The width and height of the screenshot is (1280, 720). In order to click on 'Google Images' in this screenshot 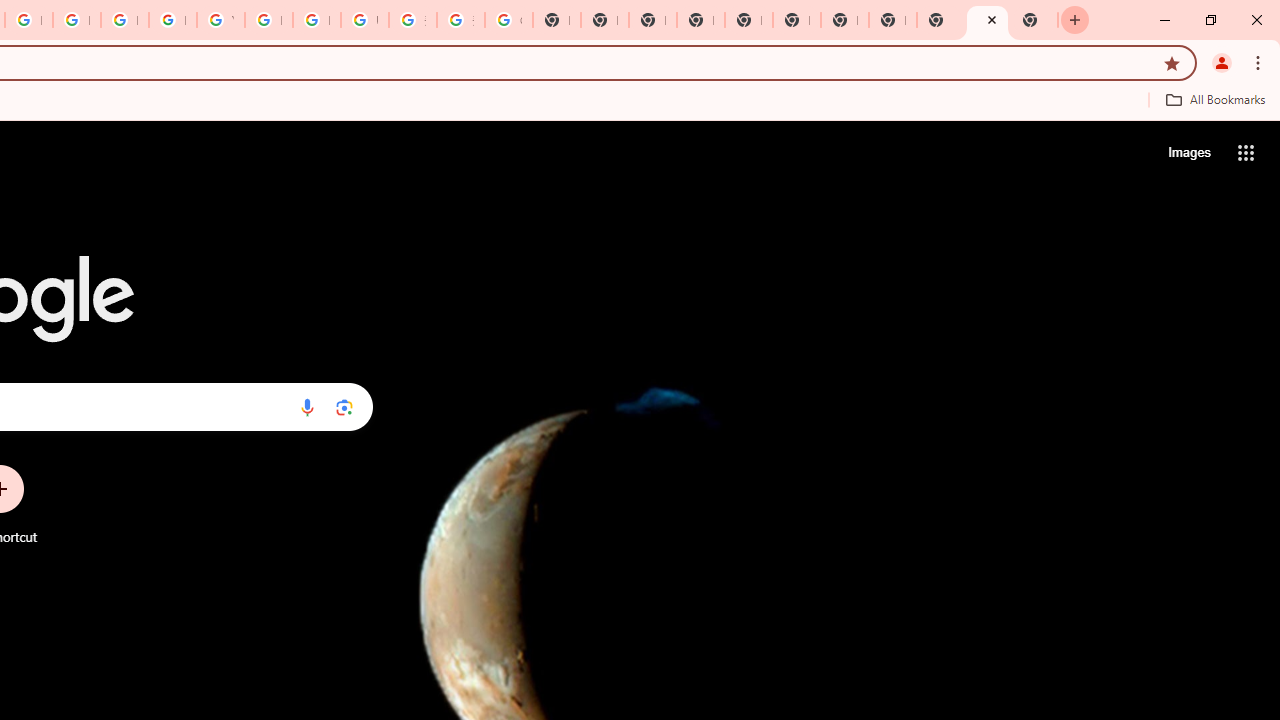, I will do `click(508, 20)`.